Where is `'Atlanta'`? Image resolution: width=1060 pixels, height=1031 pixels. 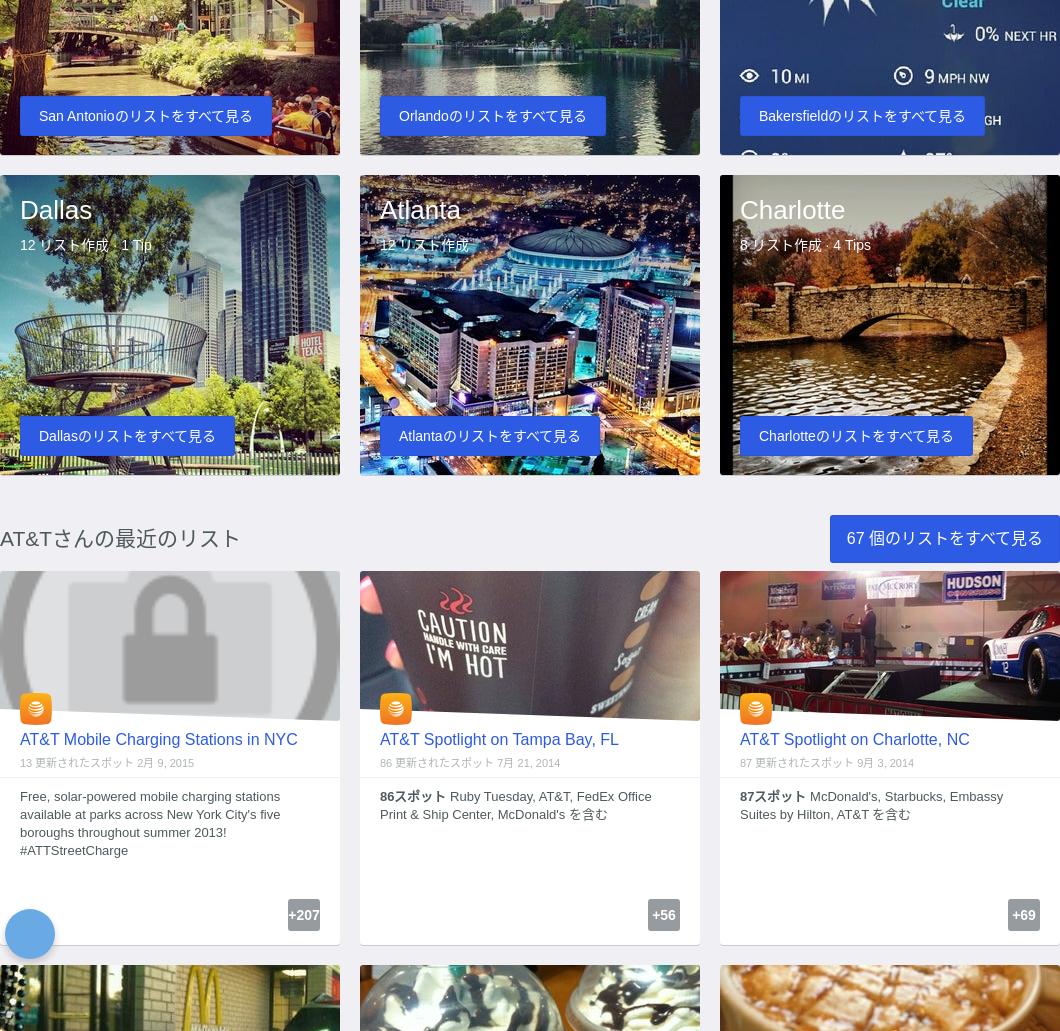
'Atlanta' is located at coordinates (418, 208).